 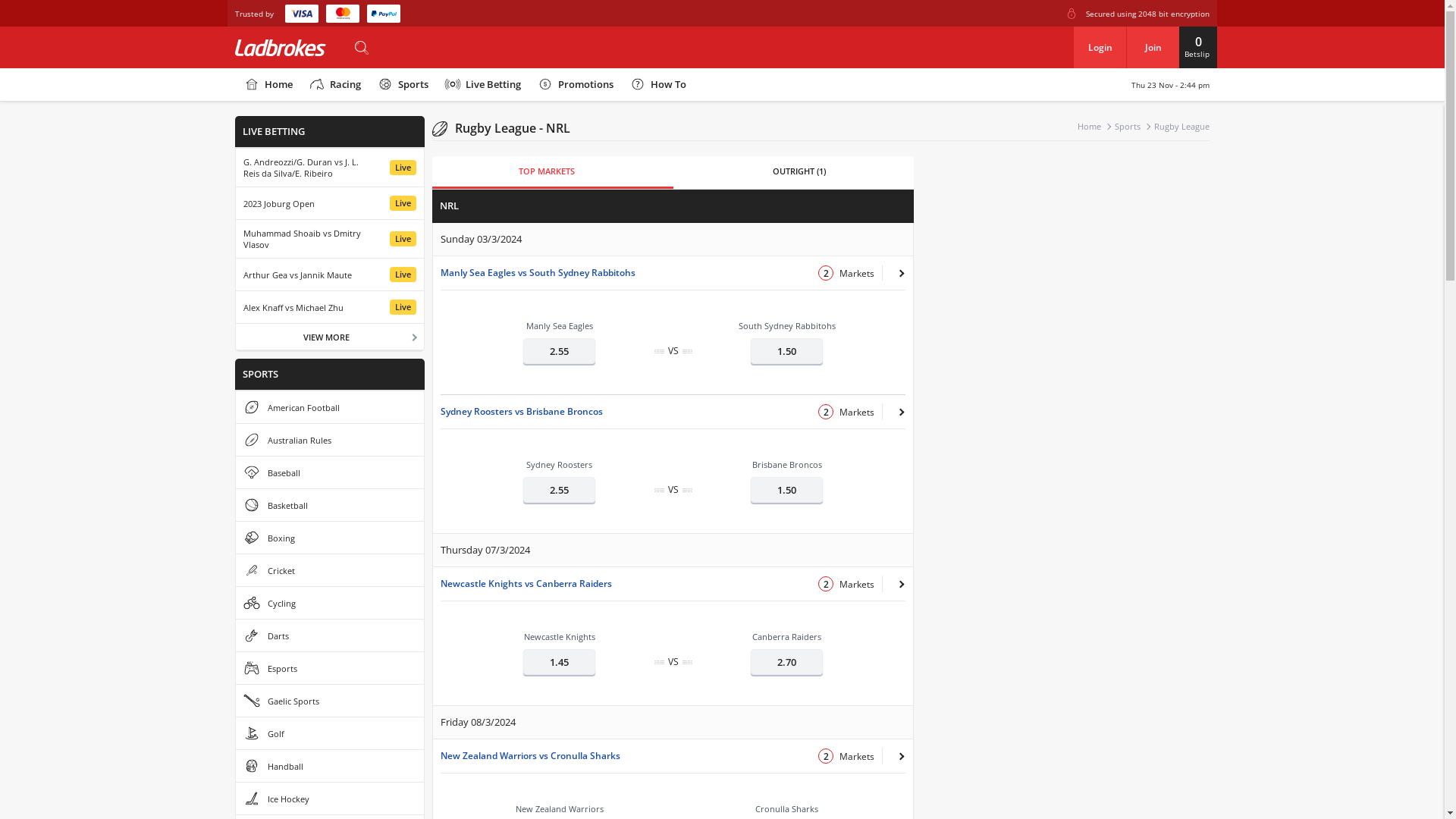 I want to click on 'G. Andreozzi/G. Duran vs J. L. Reis da Silva/E. Ribeiro, so click(x=329, y=167).